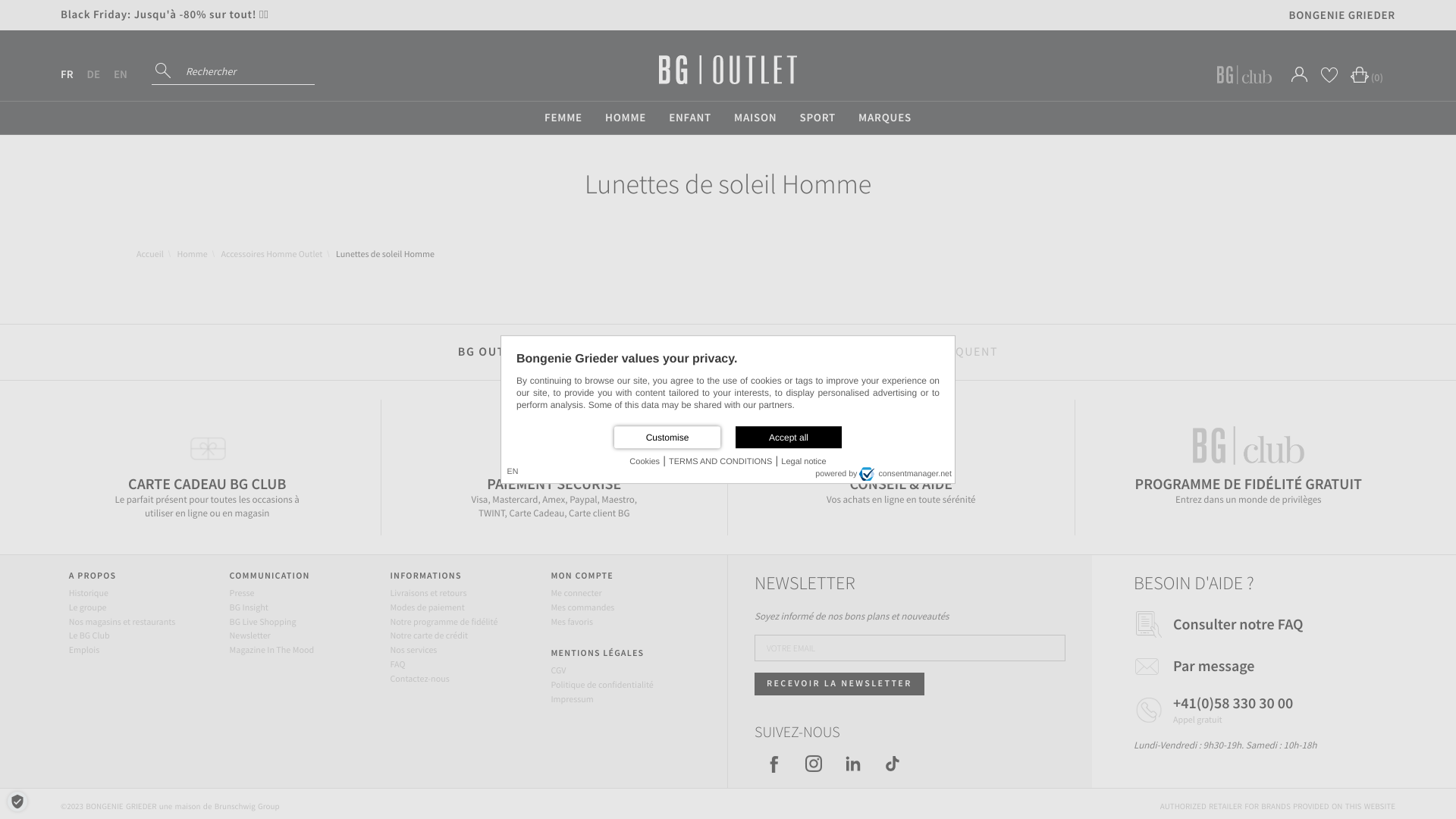 The image size is (1456, 819). What do you see at coordinates (839, 684) in the screenshot?
I see `'RECEVOIR LA NEWSLETTER'` at bounding box center [839, 684].